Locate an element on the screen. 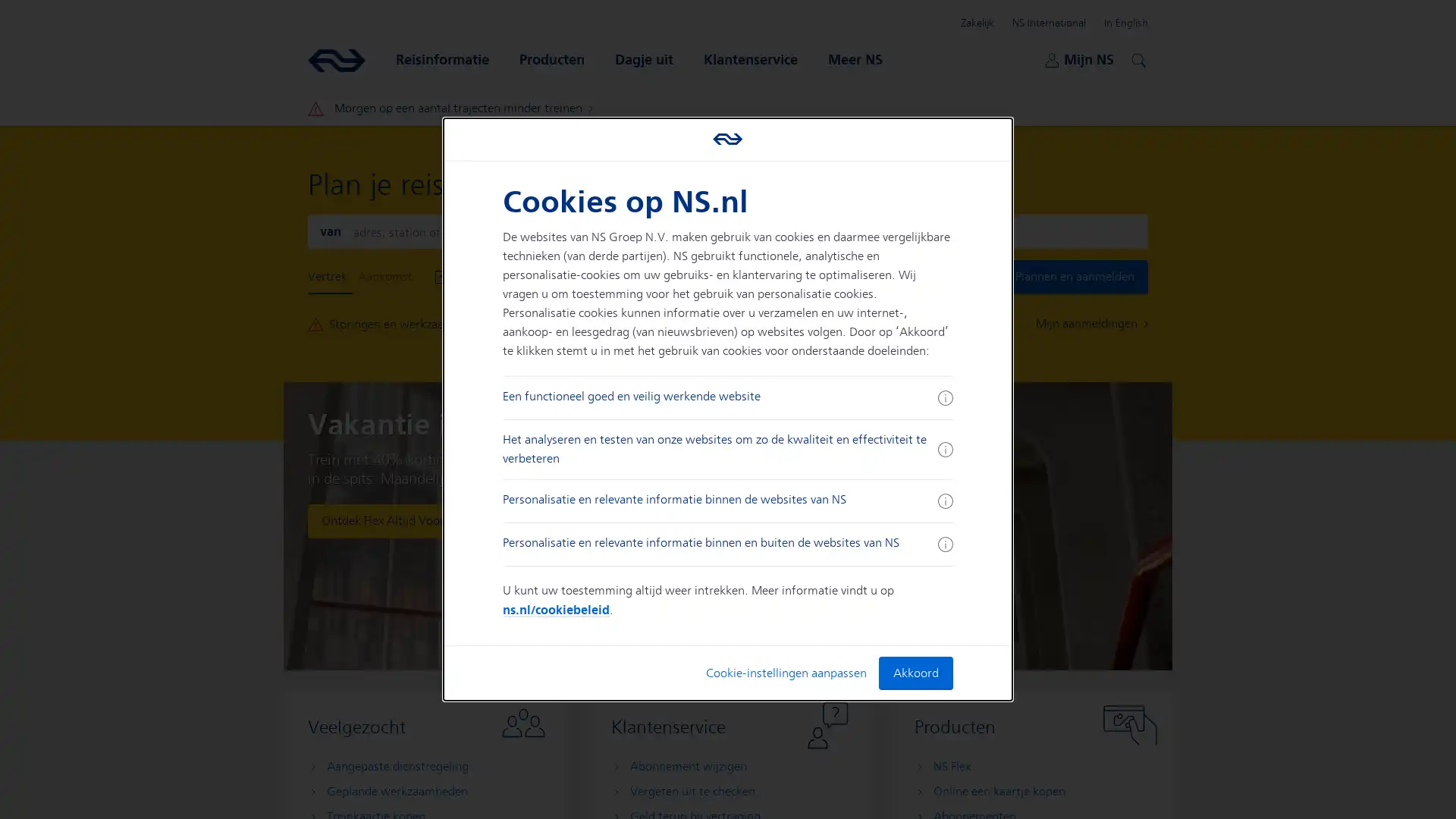 The height and width of the screenshot is (819, 1456). Mijn NS Open submenu is located at coordinates (1078, 58).